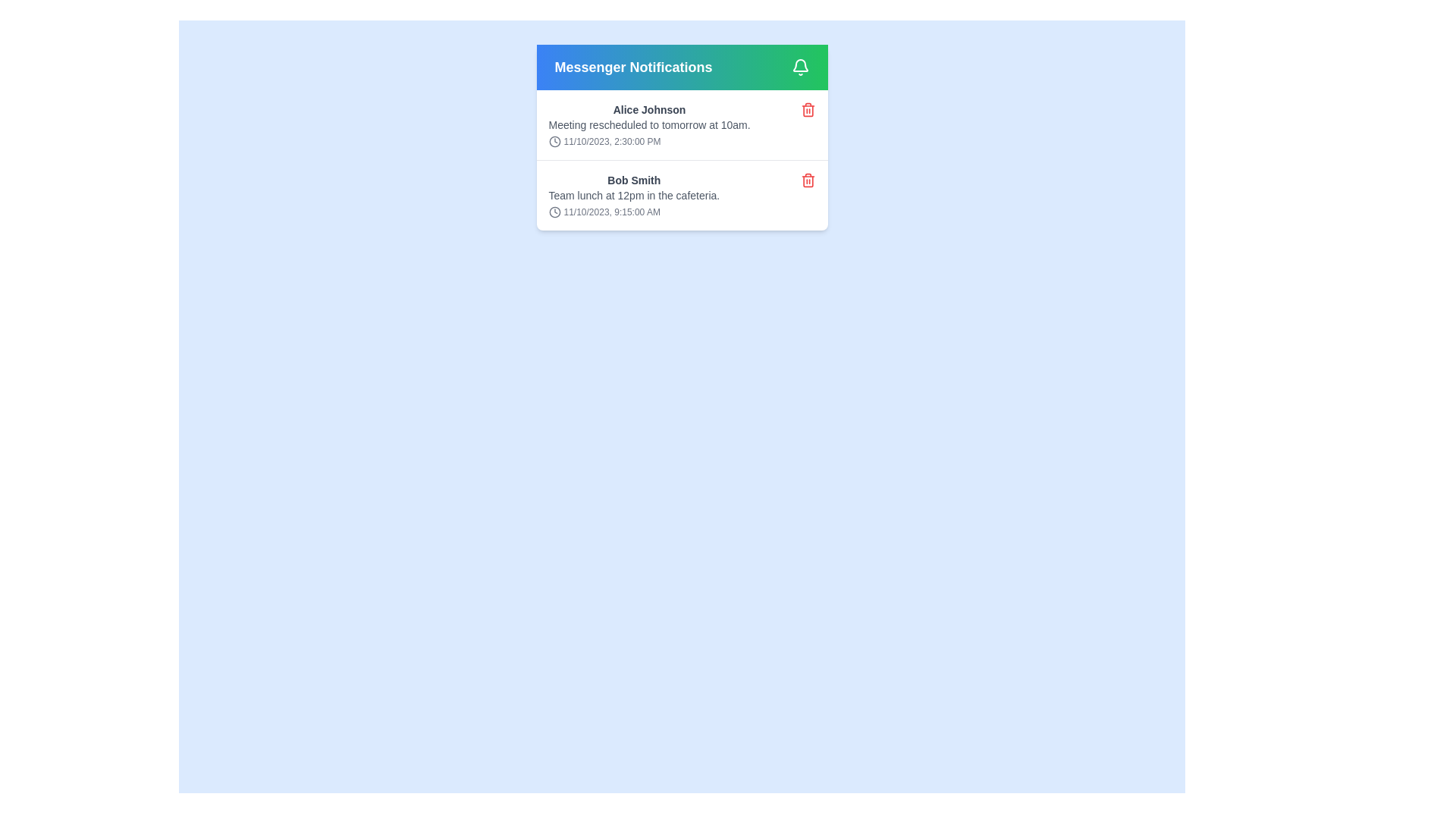 This screenshot has width=1456, height=819. Describe the element at coordinates (634, 180) in the screenshot. I see `text label displaying the name 'Bob Smith' styled in bold gray font, located at the top of the second notification card under 'Messenger Notifications.'` at that location.